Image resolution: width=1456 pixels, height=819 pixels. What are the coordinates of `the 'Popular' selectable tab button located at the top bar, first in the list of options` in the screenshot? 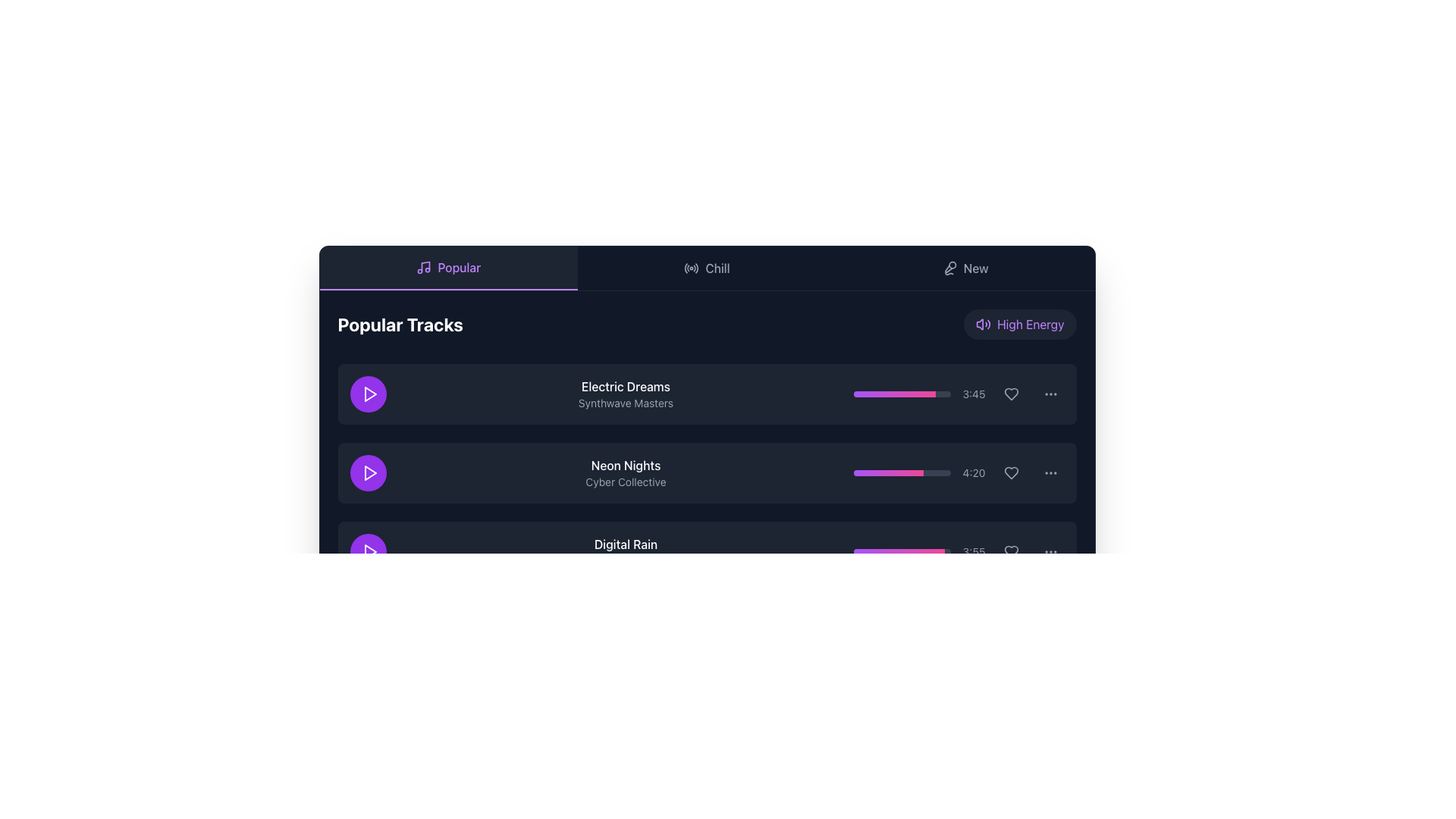 It's located at (447, 268).